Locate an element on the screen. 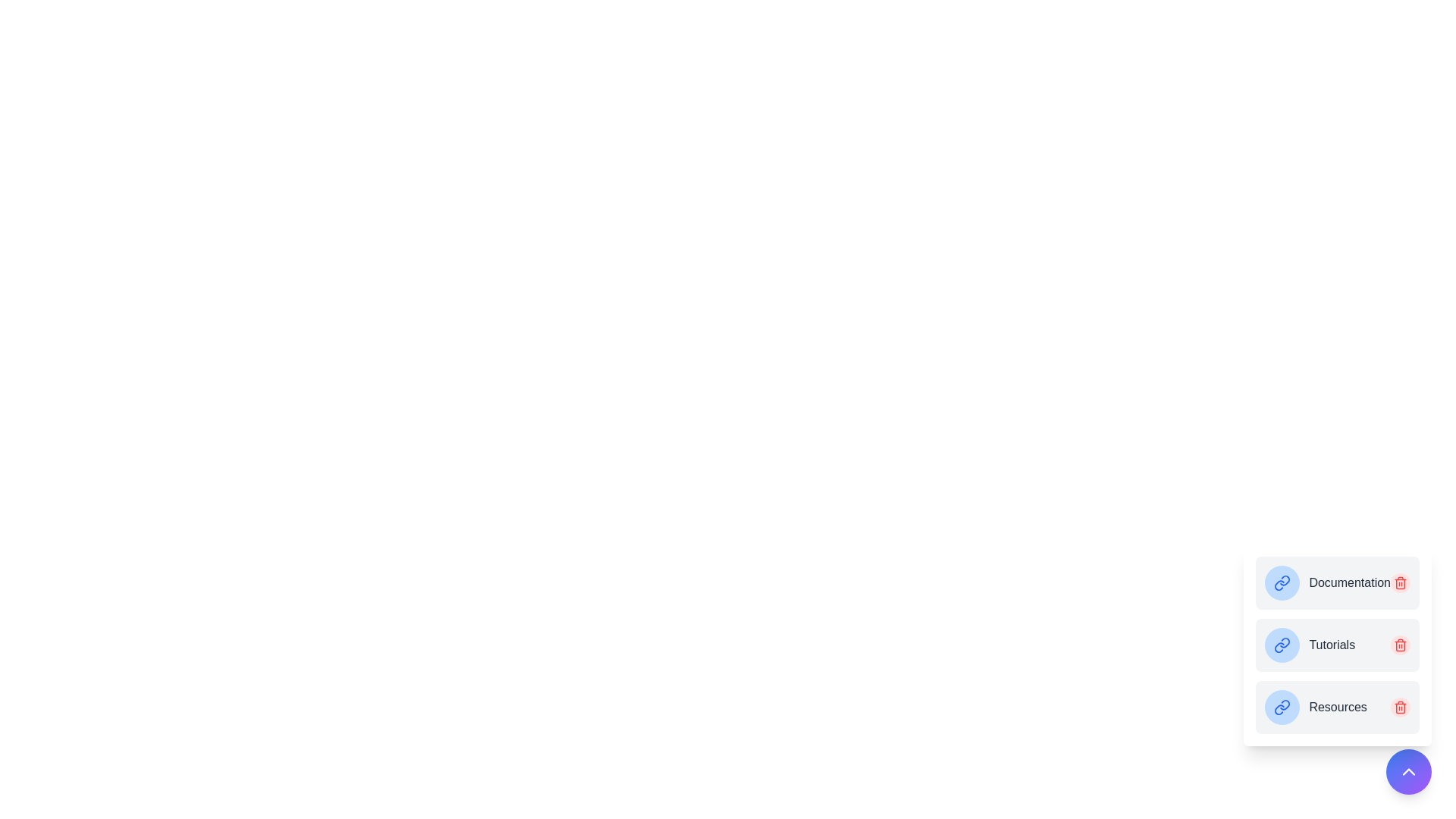 Image resolution: width=1456 pixels, height=819 pixels. the menu item Tutorials is located at coordinates (1338, 645).